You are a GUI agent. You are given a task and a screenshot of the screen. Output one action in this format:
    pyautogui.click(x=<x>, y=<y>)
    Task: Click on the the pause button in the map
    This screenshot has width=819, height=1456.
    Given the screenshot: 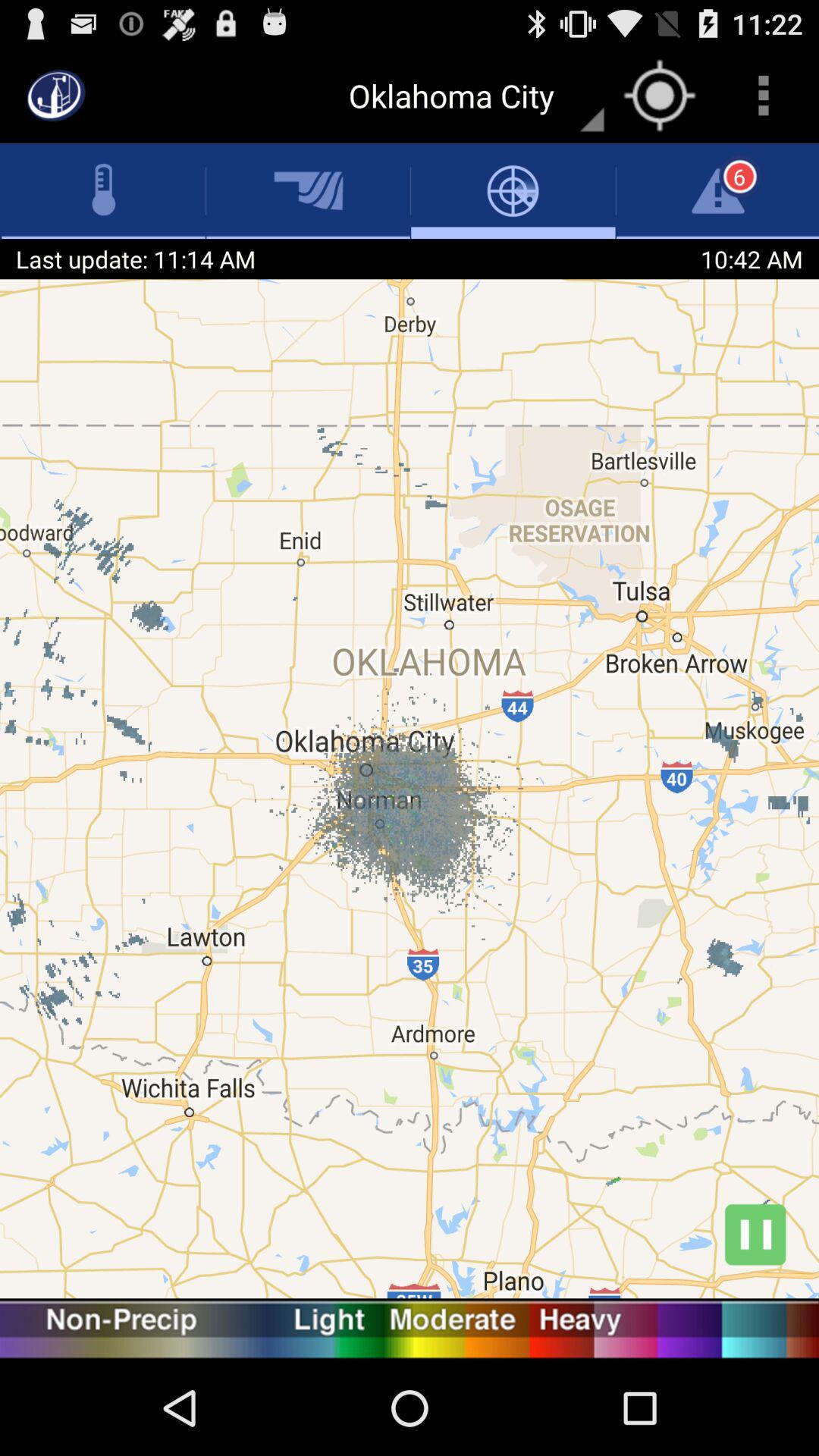 What is the action you would take?
    pyautogui.click(x=755, y=1234)
    